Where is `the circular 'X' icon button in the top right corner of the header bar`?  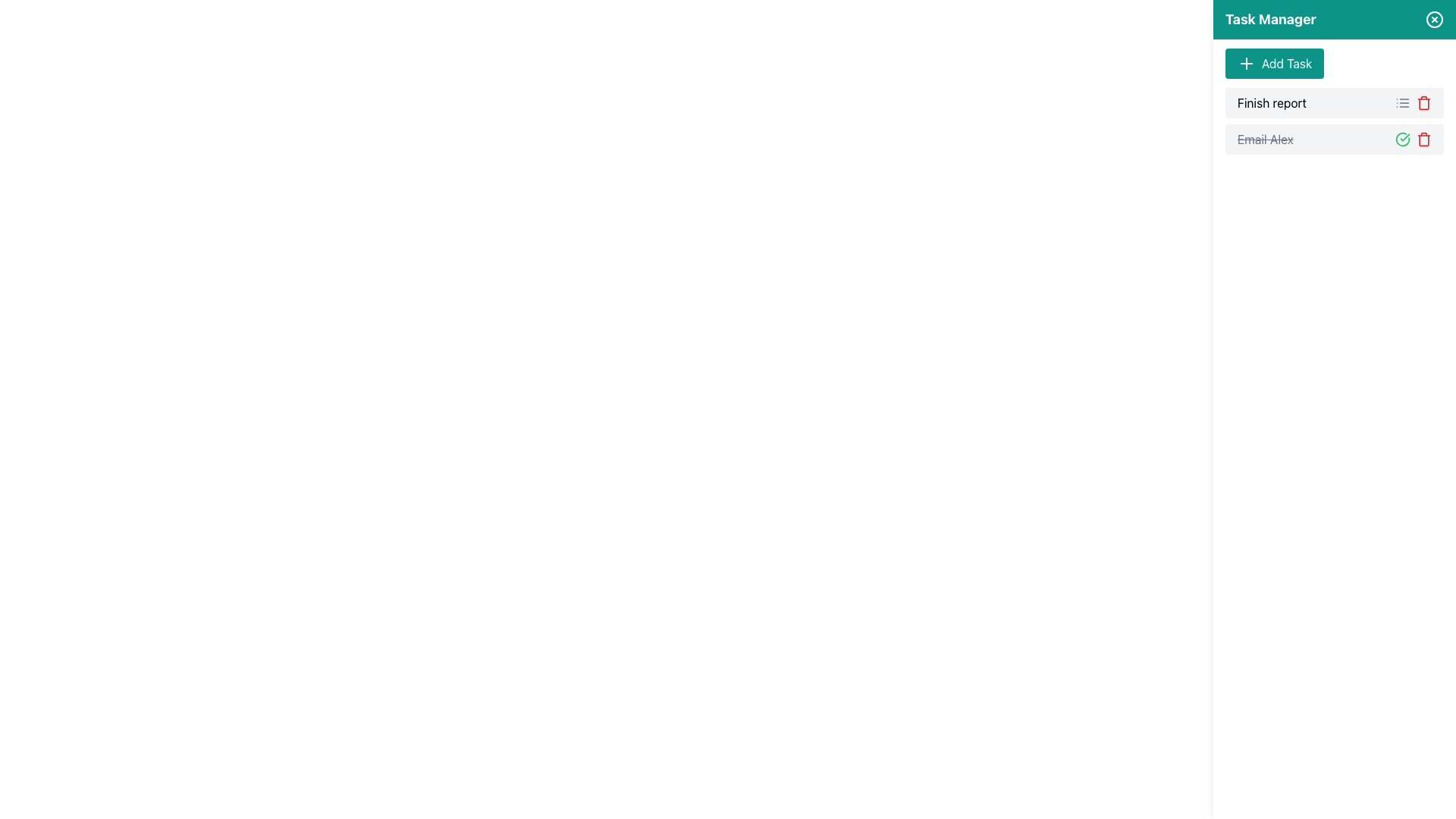 the circular 'X' icon button in the top right corner of the header bar is located at coordinates (1433, 20).